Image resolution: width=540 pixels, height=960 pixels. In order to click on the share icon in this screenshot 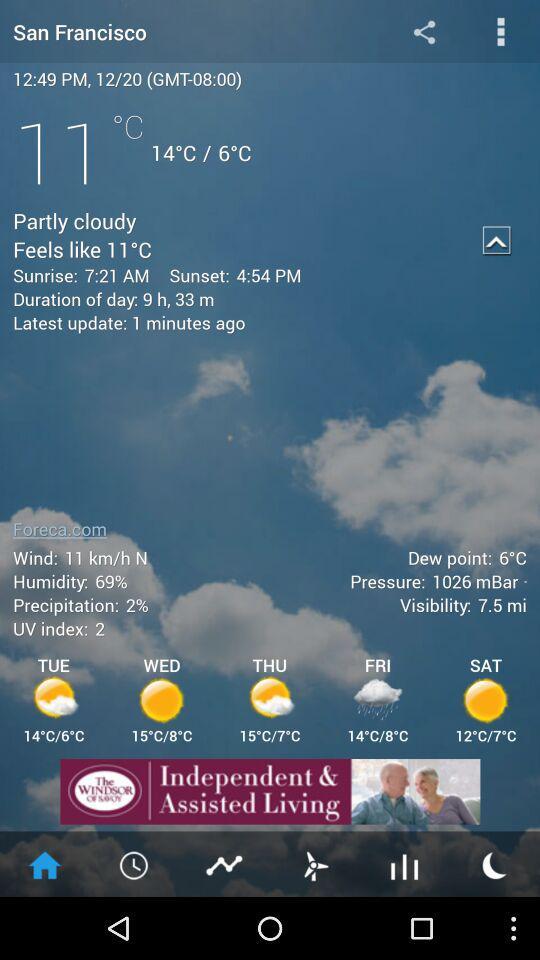, I will do `click(423, 33)`.